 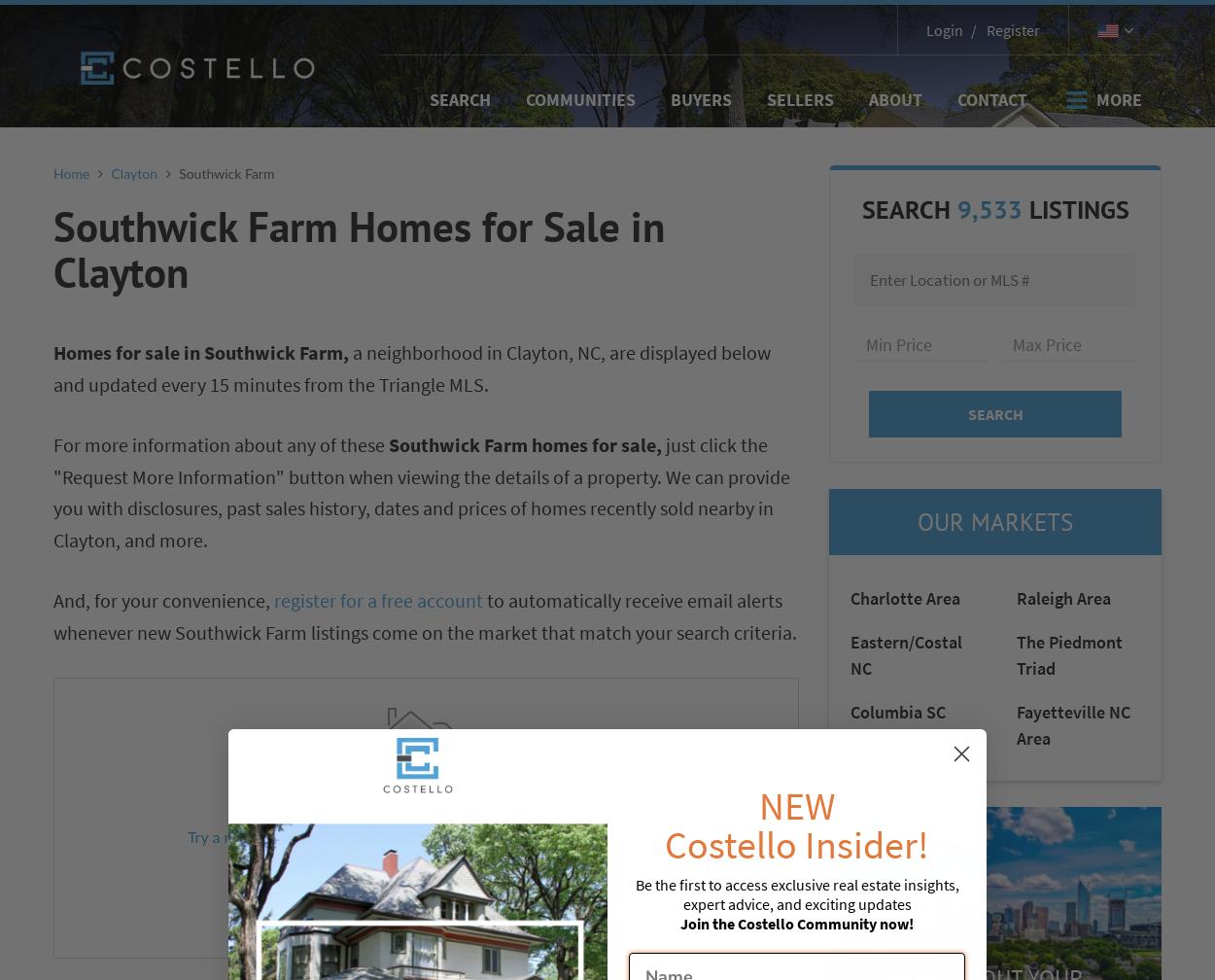 I want to click on 'Southwick Farm Homes for Sale in Clayton', so click(x=358, y=249).